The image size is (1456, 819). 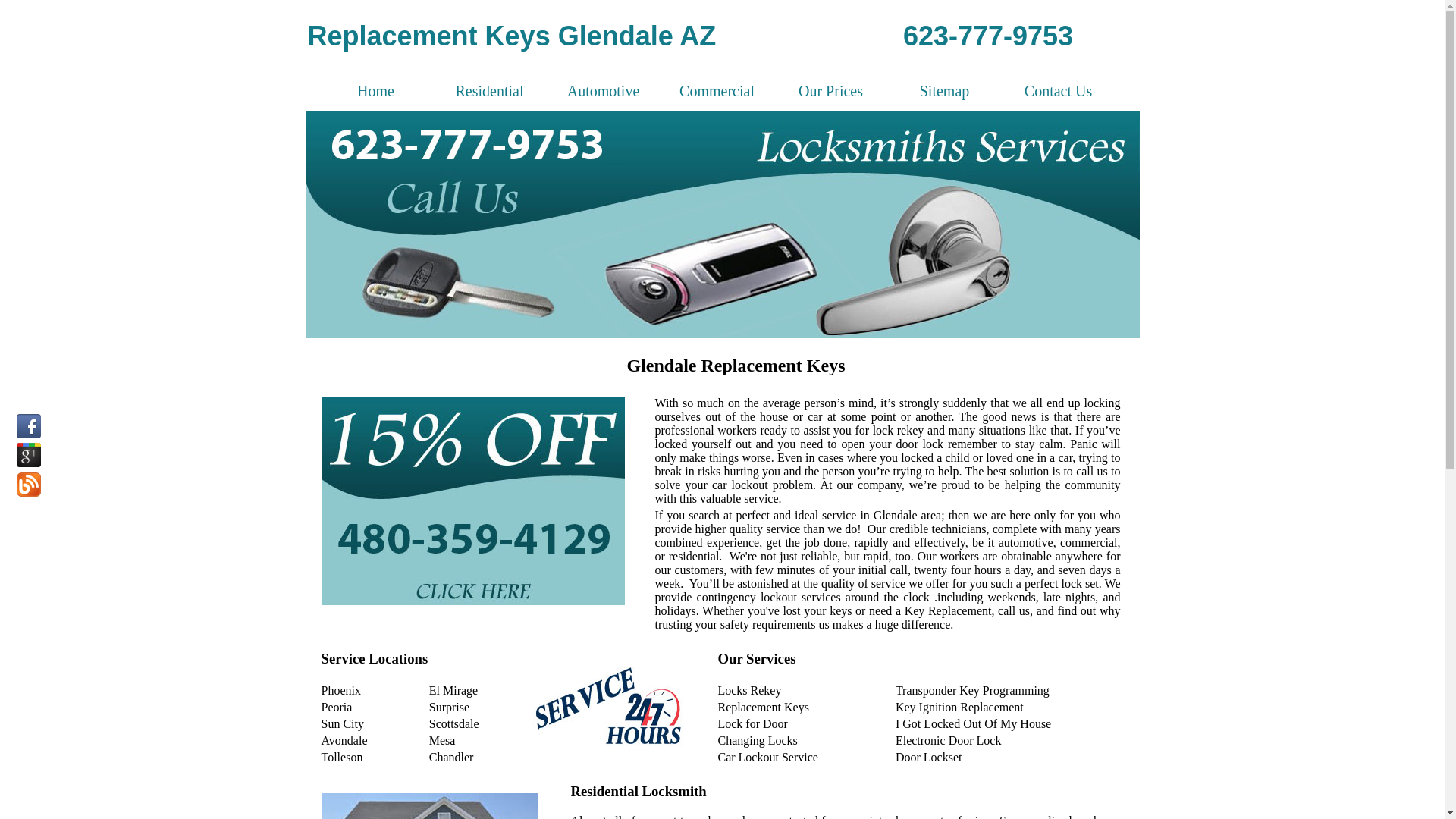 I want to click on 'Residential', so click(x=432, y=91).